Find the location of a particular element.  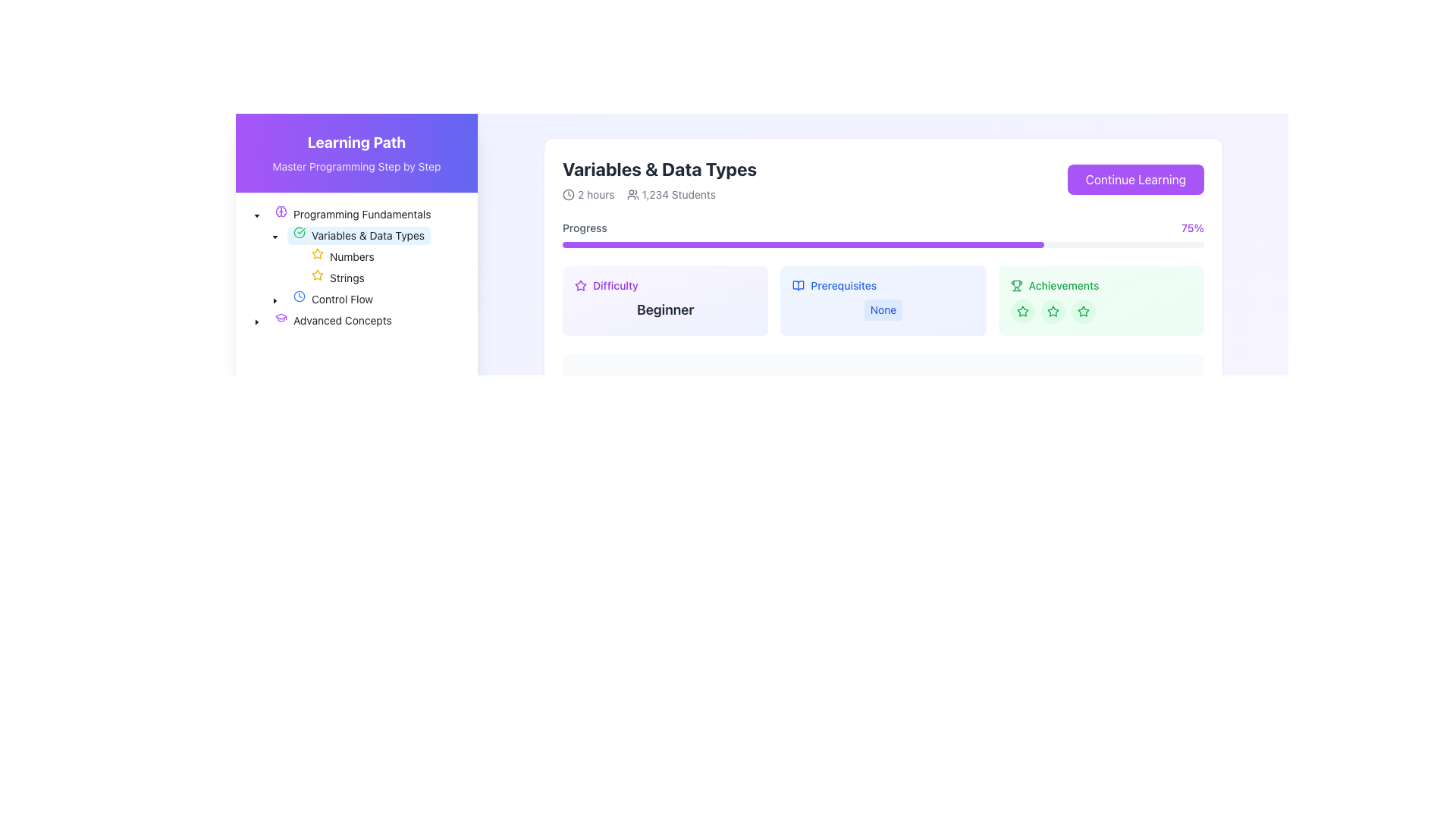

the text label displaying 'None' with a light blue background and blue text color, located in the 'Prerequisites' row on the right side of the user interface is located at coordinates (883, 309).